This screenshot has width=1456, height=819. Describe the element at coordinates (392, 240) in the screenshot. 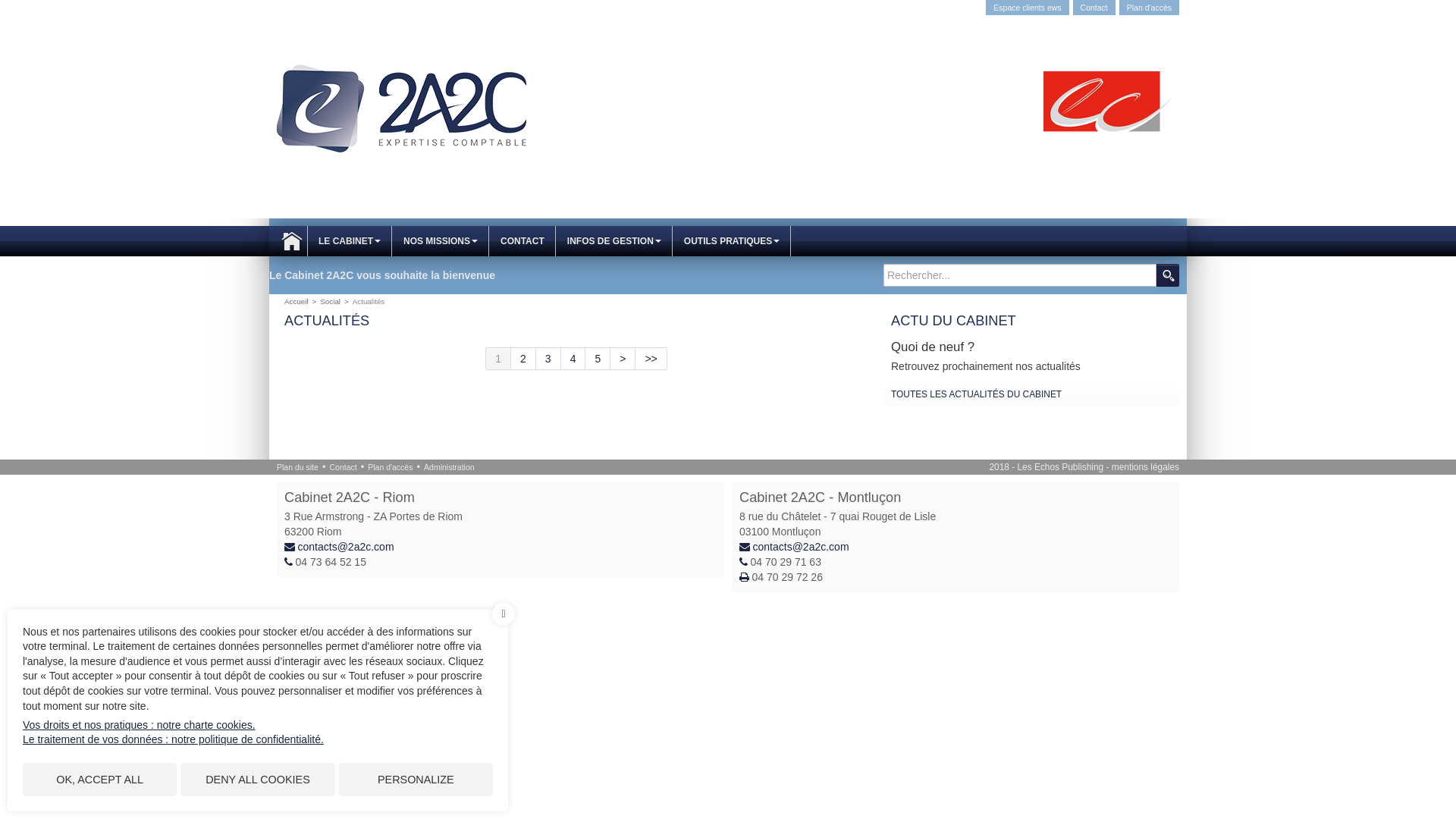

I see `'NOS MISSIONS'` at that location.